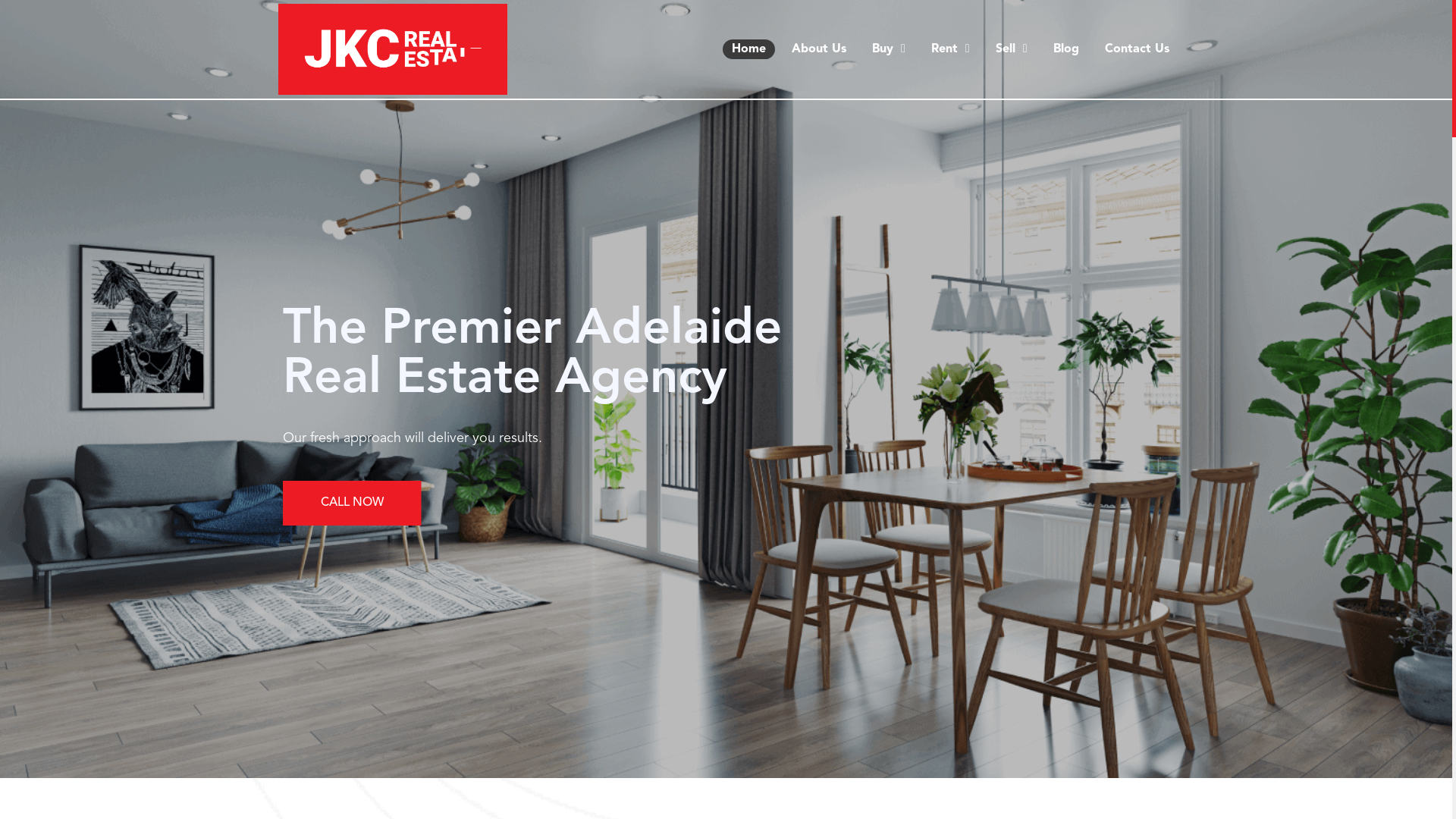 The image size is (1456, 819). Describe the element at coordinates (1012, 49) in the screenshot. I see `'Sell'` at that location.